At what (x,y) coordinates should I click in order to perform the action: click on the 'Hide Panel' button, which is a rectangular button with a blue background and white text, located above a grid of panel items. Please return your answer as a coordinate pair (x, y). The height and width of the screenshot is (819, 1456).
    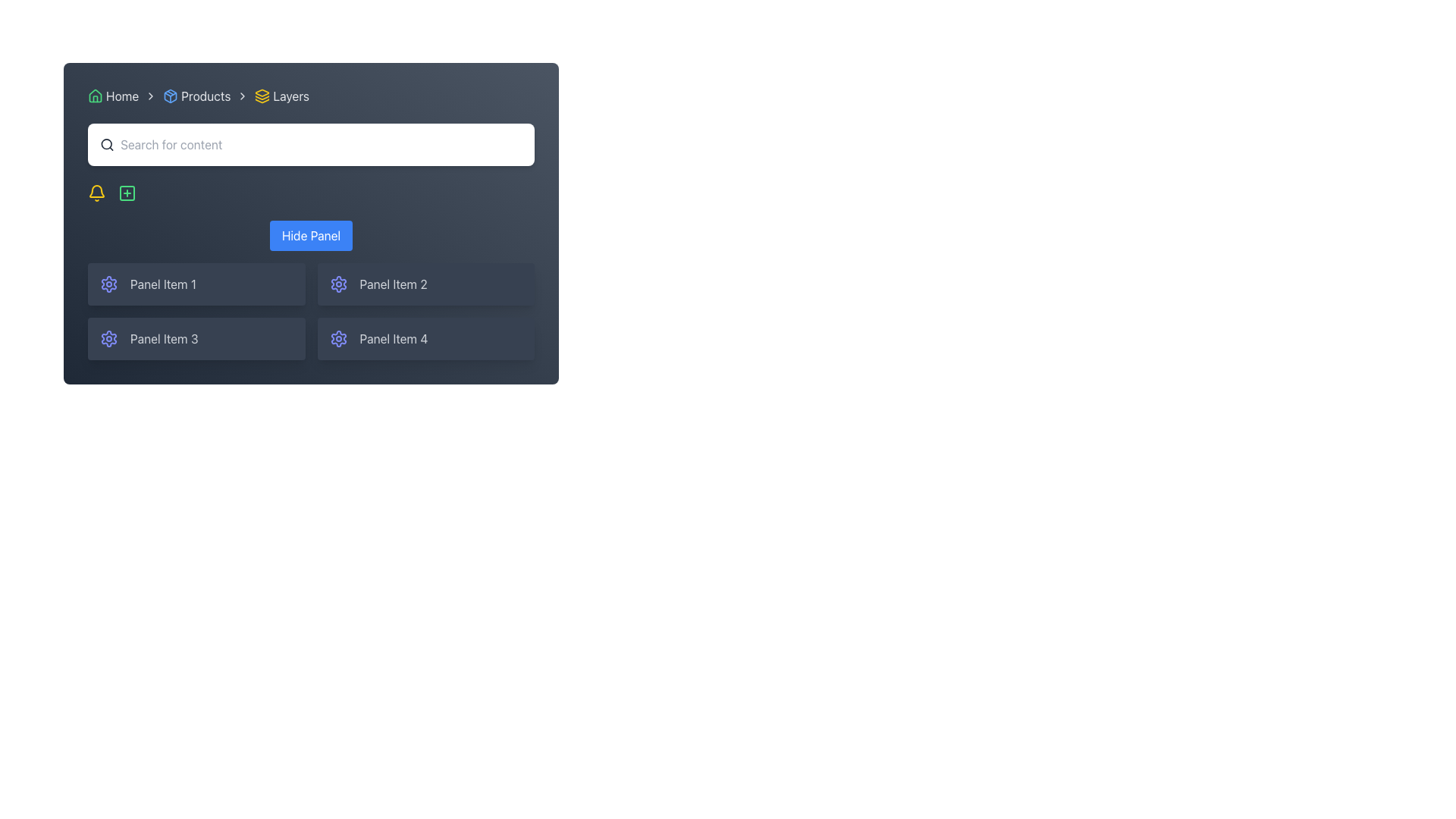
    Looking at the image, I should click on (310, 236).